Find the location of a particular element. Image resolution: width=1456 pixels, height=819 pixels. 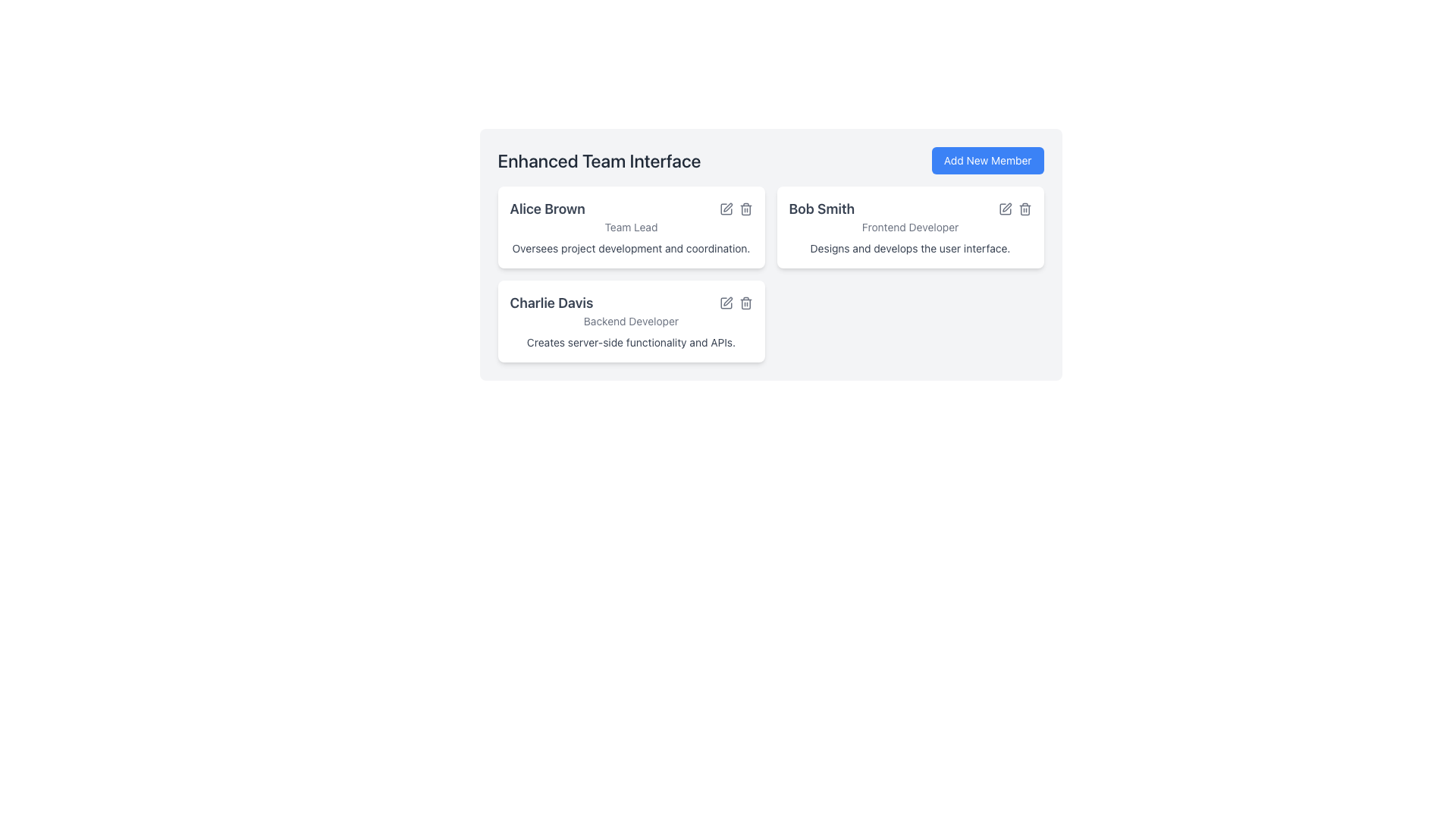

name of the person displayed as the first visible text in the leftmost card under the title 'Enhanced Team Interface' is located at coordinates (547, 209).